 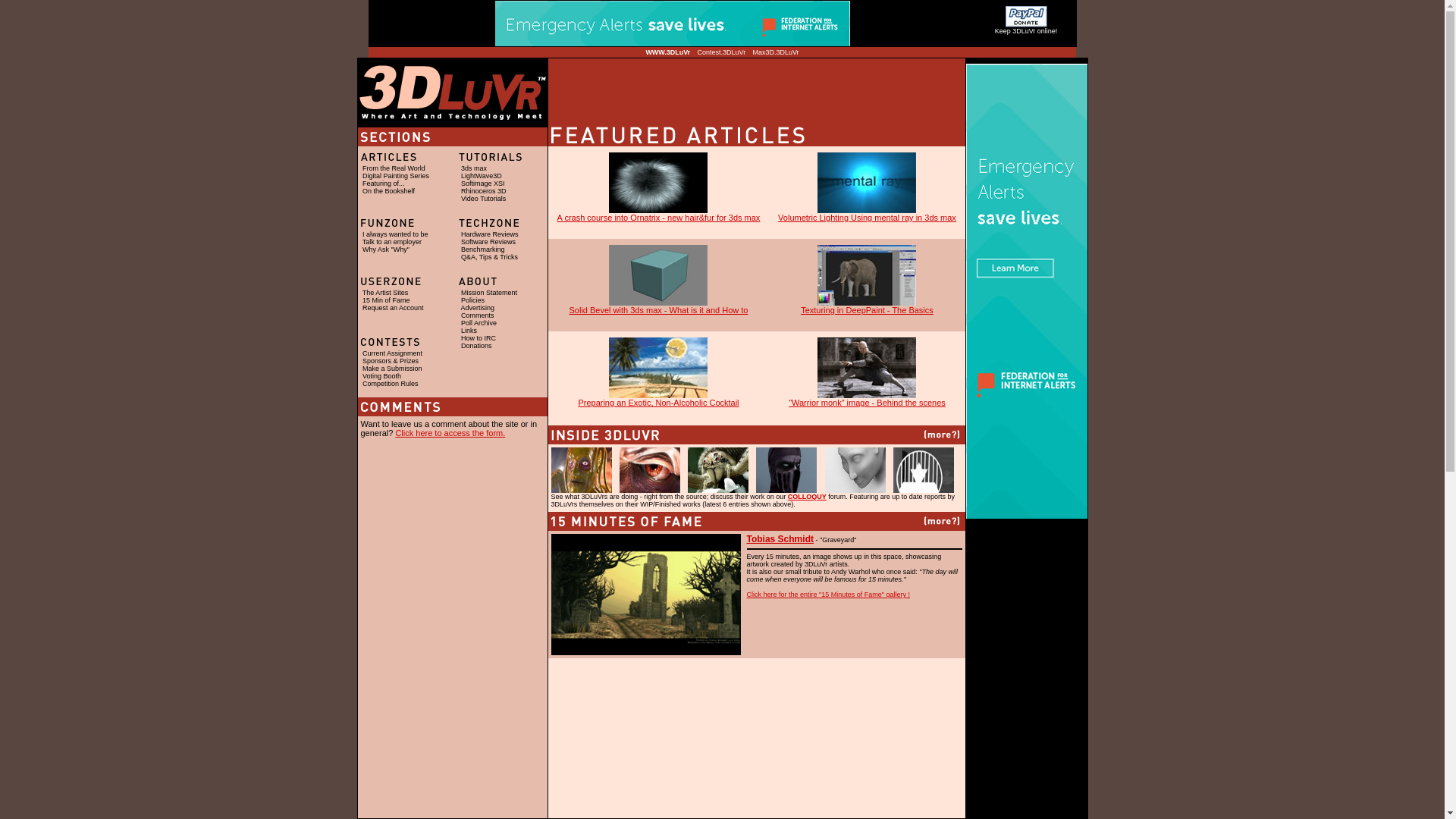 I want to click on 'Advertising', so click(x=477, y=307).